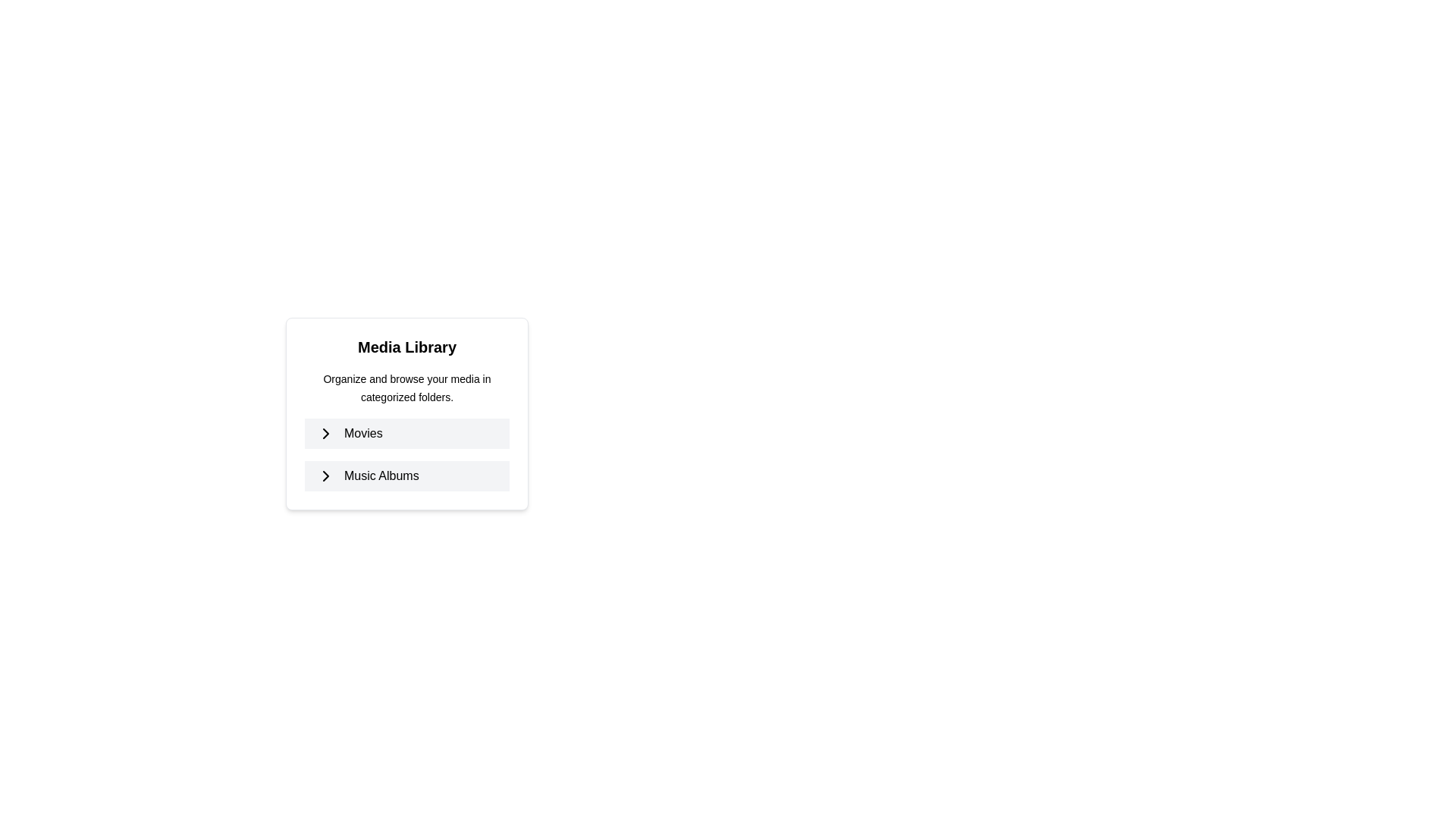 The height and width of the screenshot is (819, 1456). I want to click on the 'Movies' category text label located in the first row of the vertical list of options in the 'Media Library' section, so click(349, 433).